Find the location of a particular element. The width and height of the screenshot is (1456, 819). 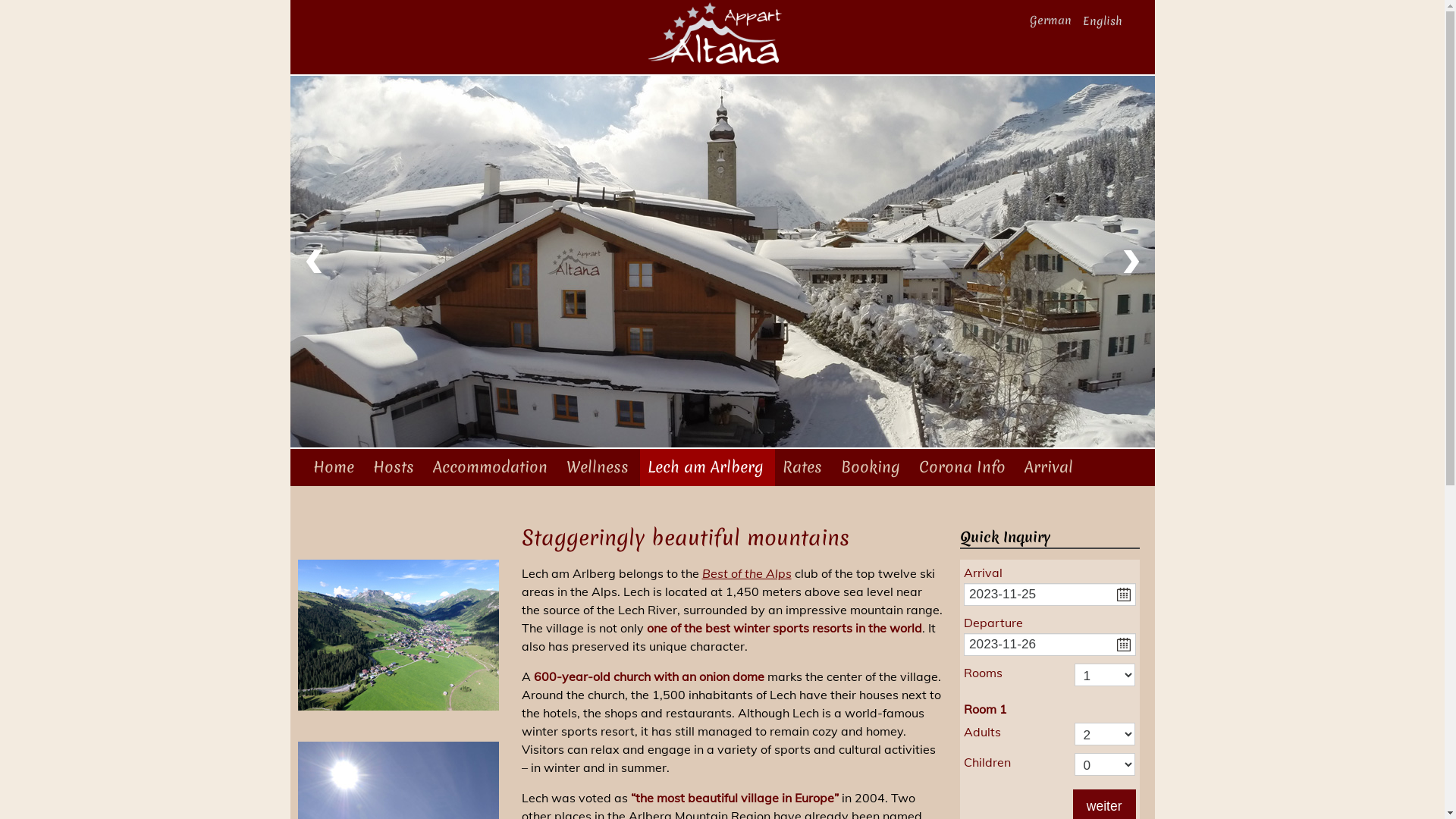

'Booking' is located at coordinates (871, 466).